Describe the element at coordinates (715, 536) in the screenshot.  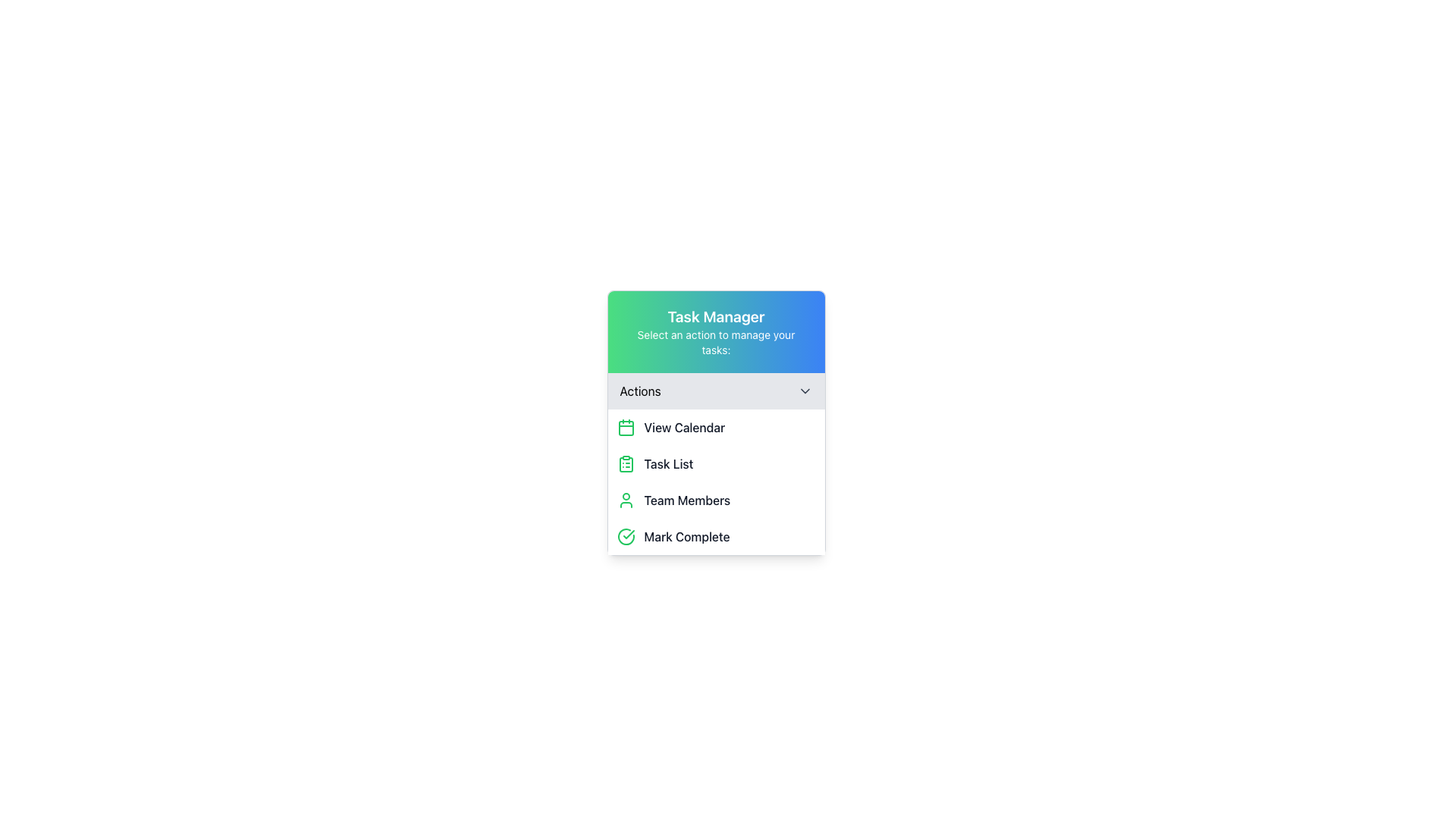
I see `the completion button located at the bottom of the actions dropdown menu` at that location.